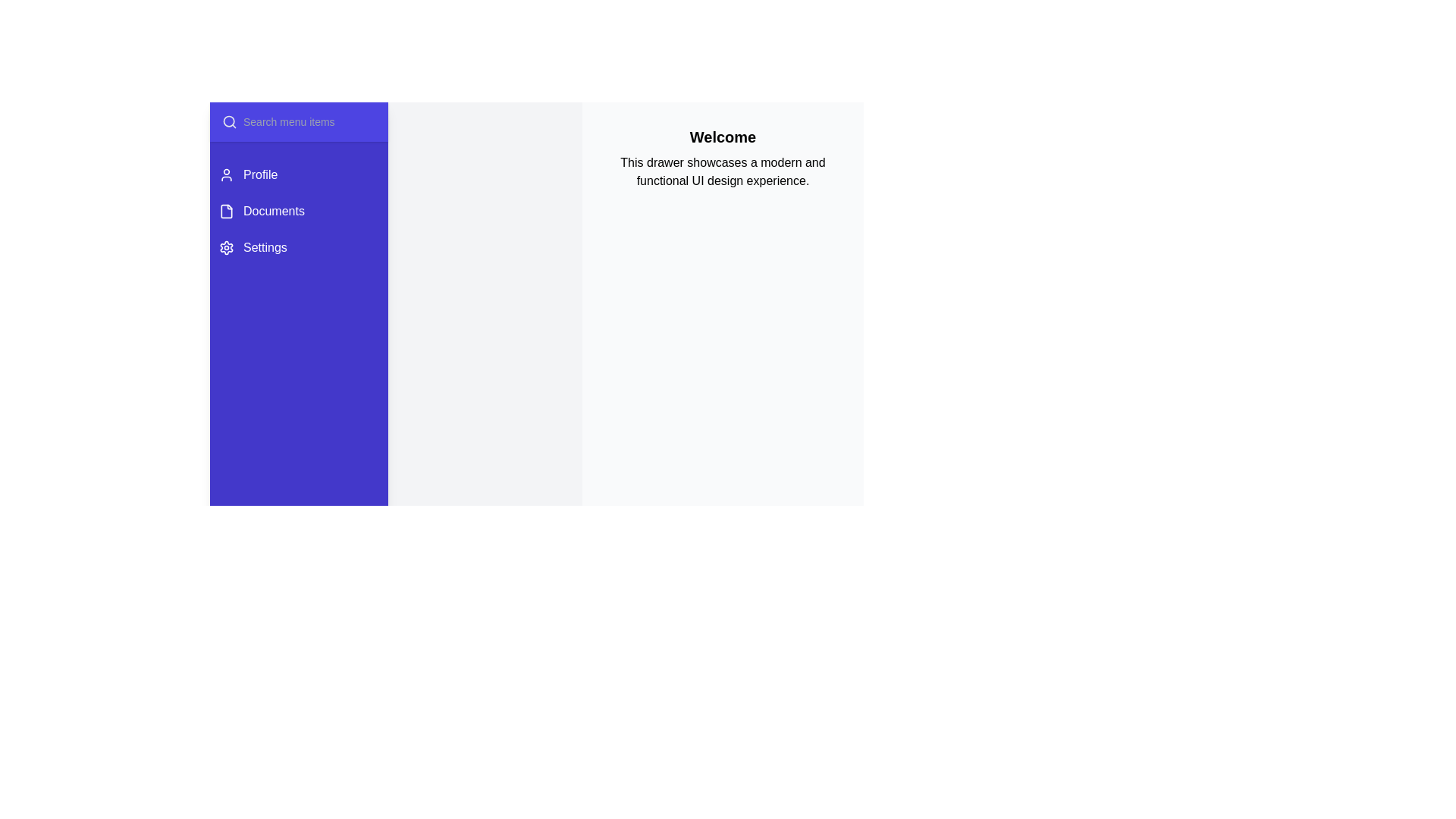 The height and width of the screenshot is (819, 1456). What do you see at coordinates (225, 174) in the screenshot?
I see `the Profile icon in the menu` at bounding box center [225, 174].